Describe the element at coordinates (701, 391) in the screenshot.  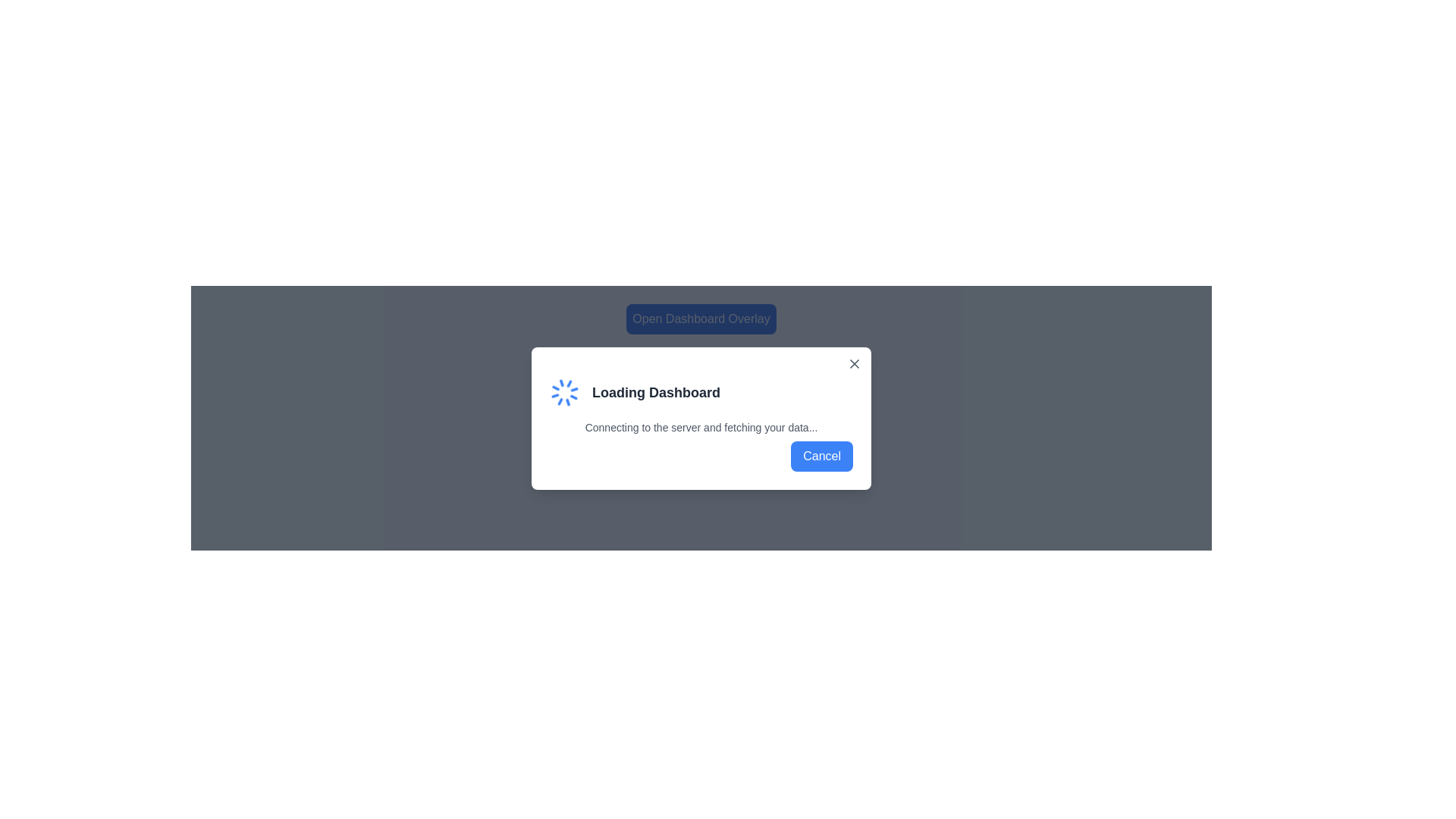
I see `the Informational Banner that indicates the dashboard is in a loading state, positioned at the top-center of the modal dialog, above the loading text and below the close button` at that location.